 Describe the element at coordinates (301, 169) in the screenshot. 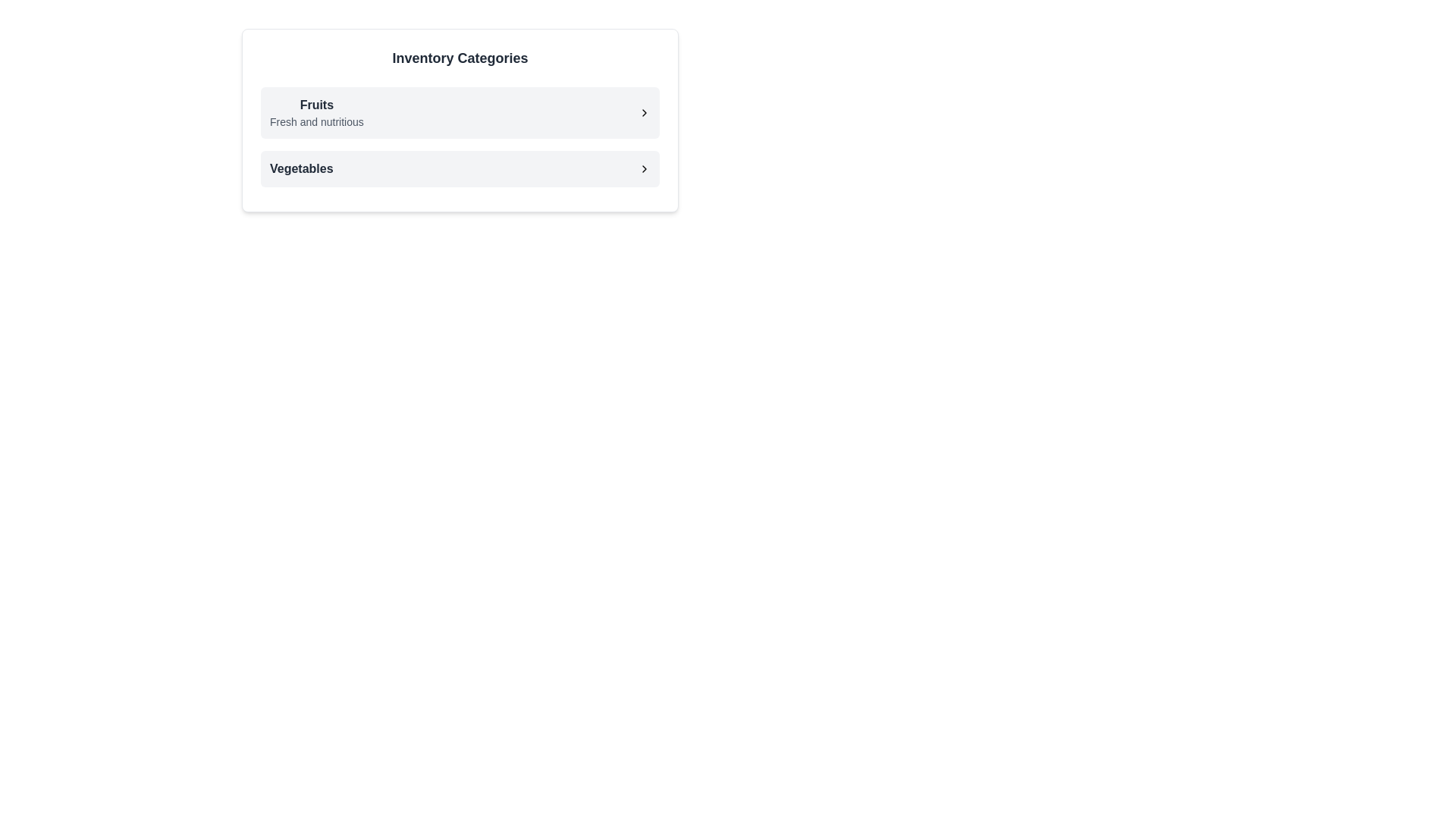

I see `the 'Vegetables' text label, which is bold and dark gray, located within a light gray background box in the second selectable item of a vertically stacked list` at that location.